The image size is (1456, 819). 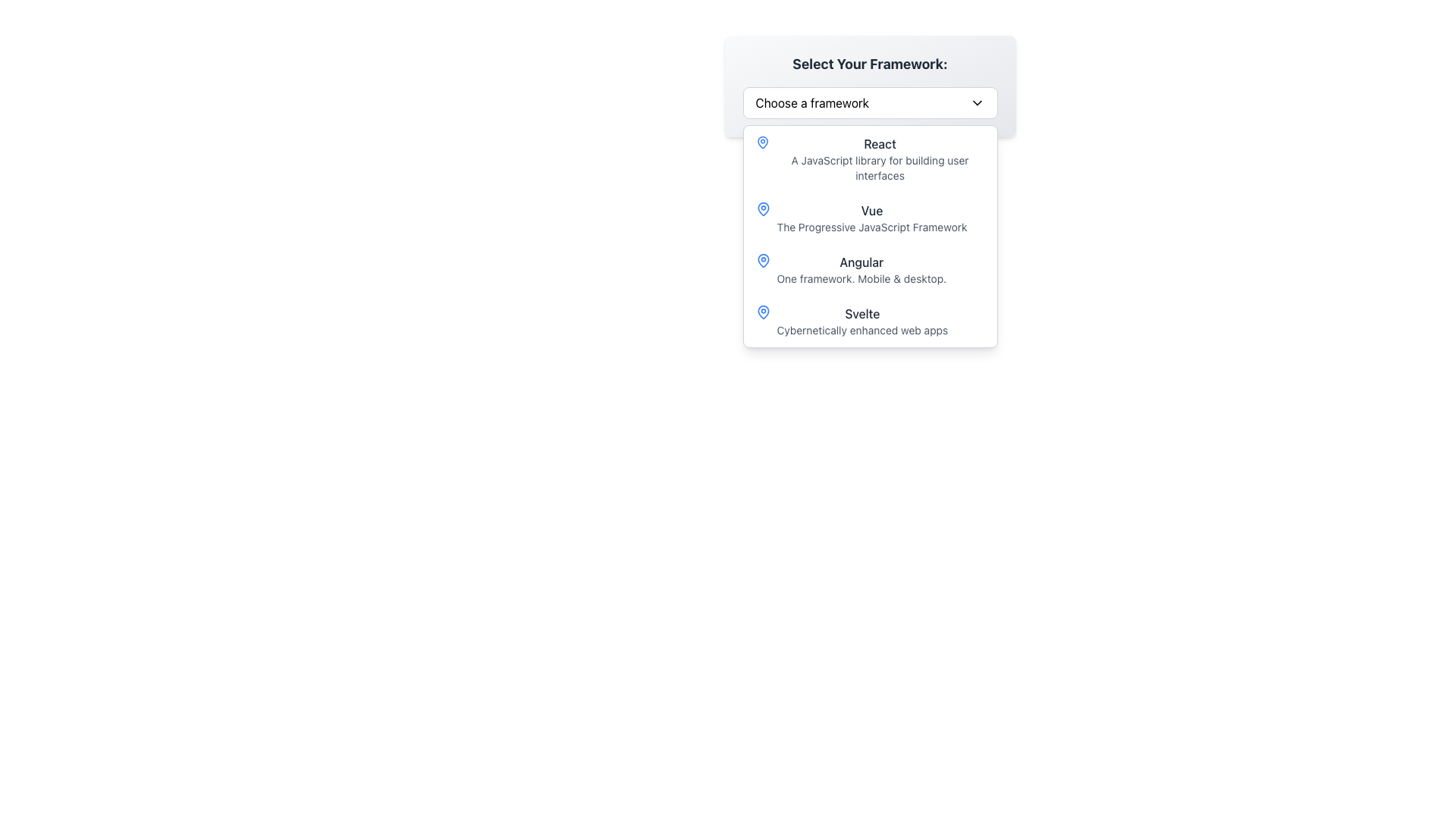 What do you see at coordinates (870, 237) in the screenshot?
I see `the Dropdown Menu below the 'Choose a framework' button` at bounding box center [870, 237].